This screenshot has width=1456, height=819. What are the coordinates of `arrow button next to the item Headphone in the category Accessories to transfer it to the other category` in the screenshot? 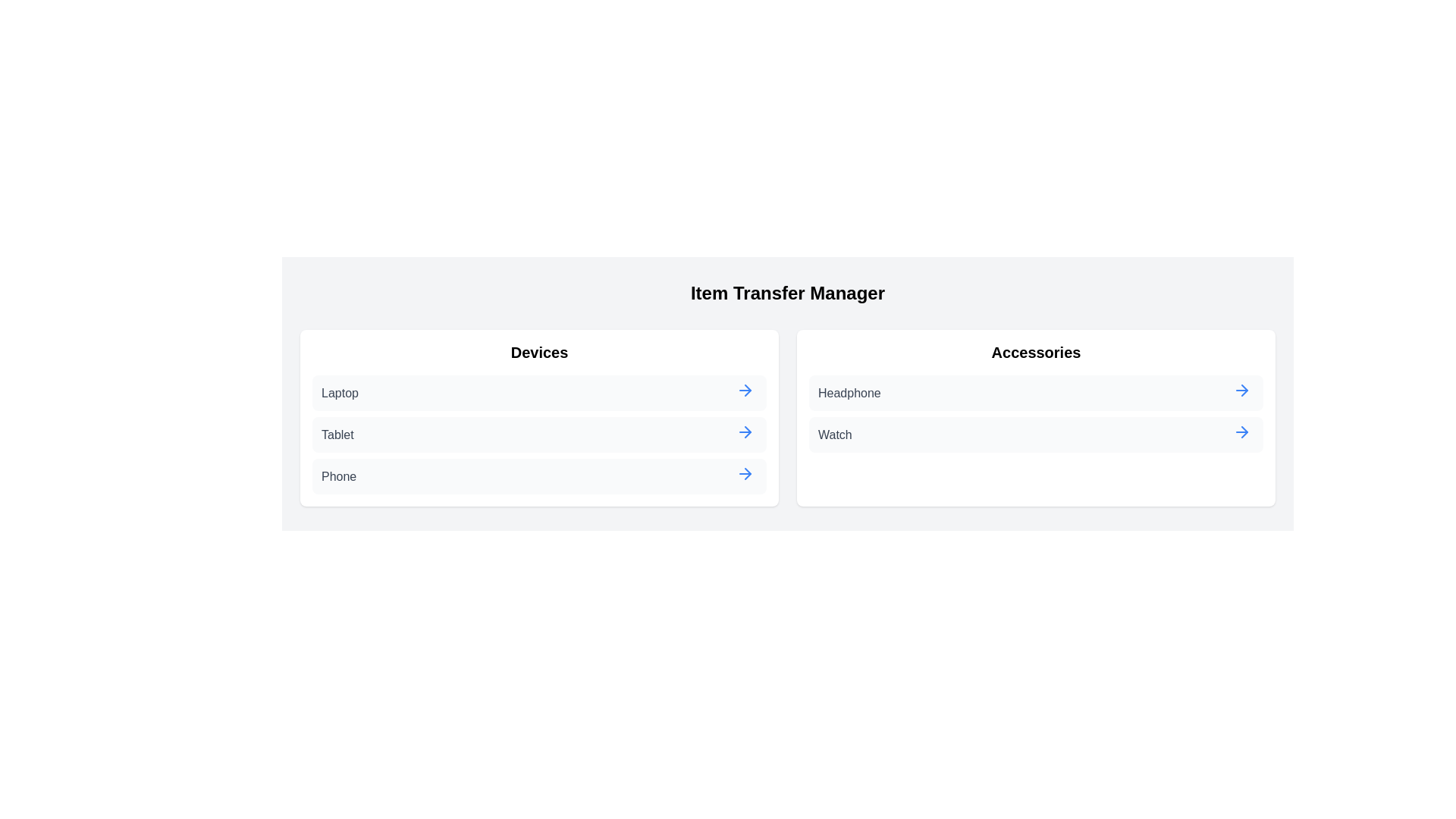 It's located at (1241, 390).